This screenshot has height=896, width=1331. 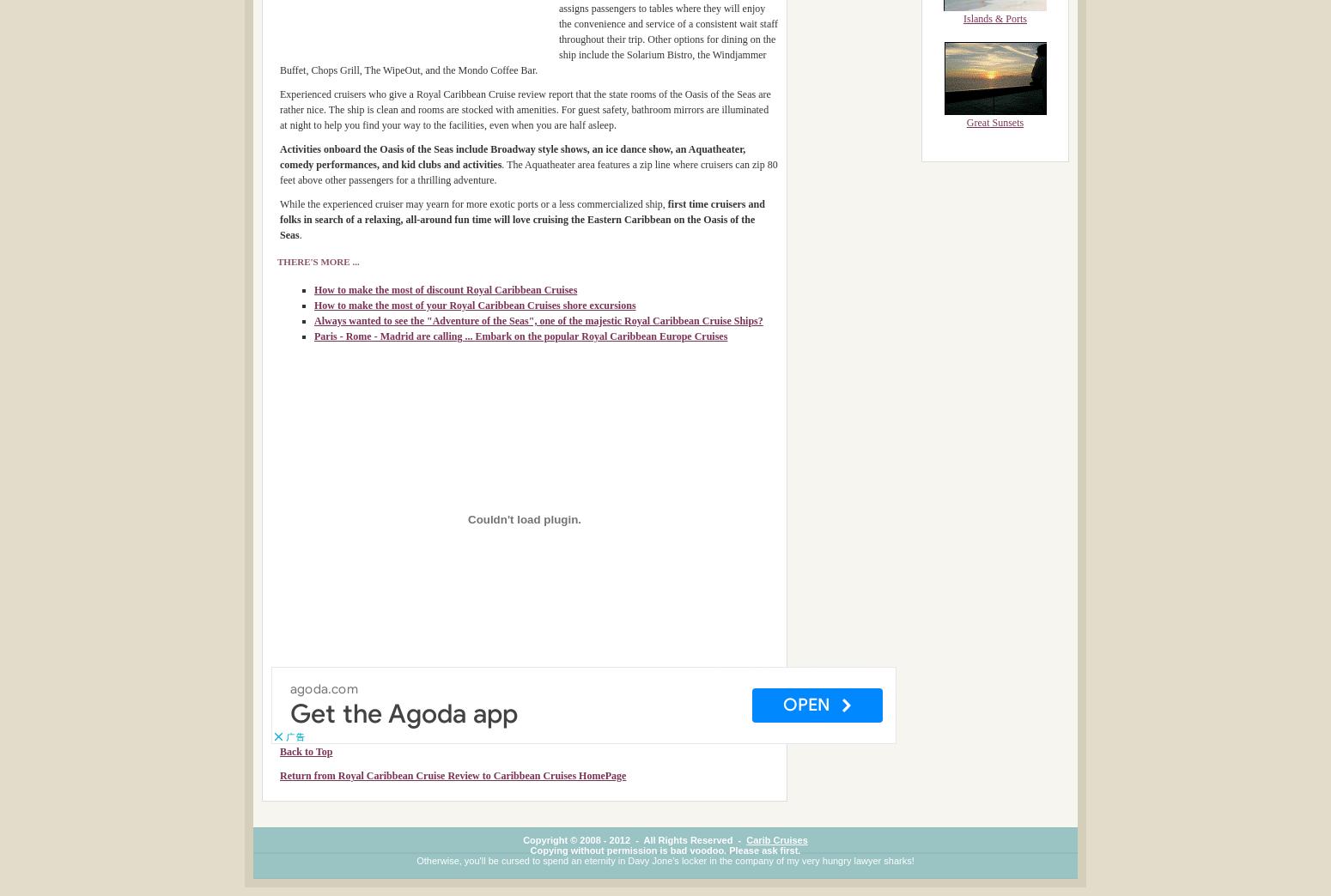 I want to click on 'While the experienced cruiser may yearn
for more exotic ports or a less commercialized ship,', so click(x=278, y=204).